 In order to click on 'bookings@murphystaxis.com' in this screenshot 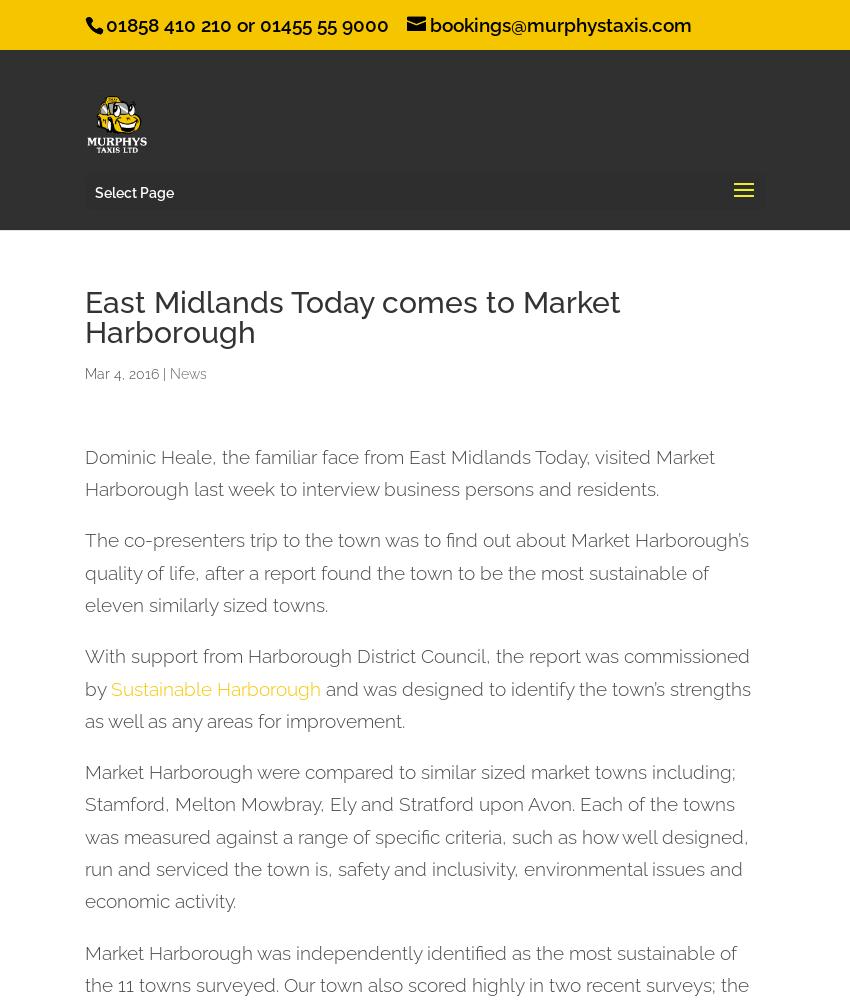, I will do `click(561, 25)`.